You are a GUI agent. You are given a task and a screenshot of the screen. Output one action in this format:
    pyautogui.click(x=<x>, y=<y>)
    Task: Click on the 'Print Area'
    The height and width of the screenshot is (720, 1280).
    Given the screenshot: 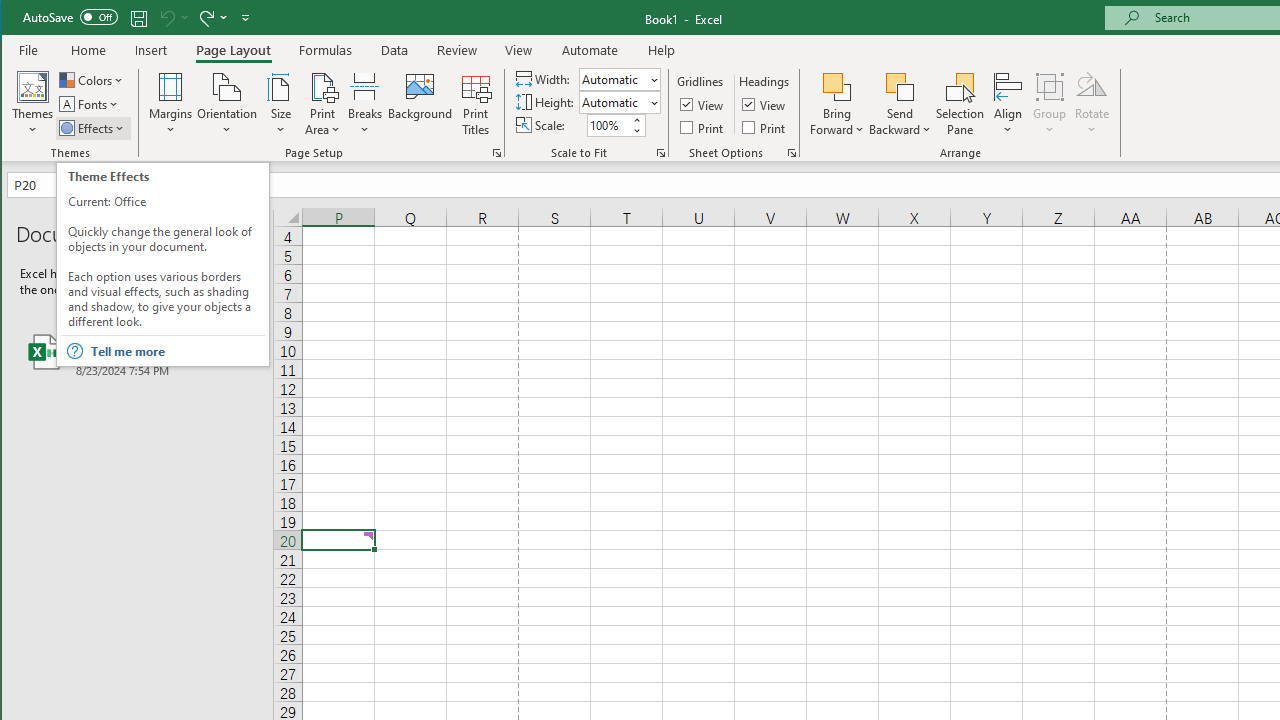 What is the action you would take?
    pyautogui.click(x=323, y=104)
    